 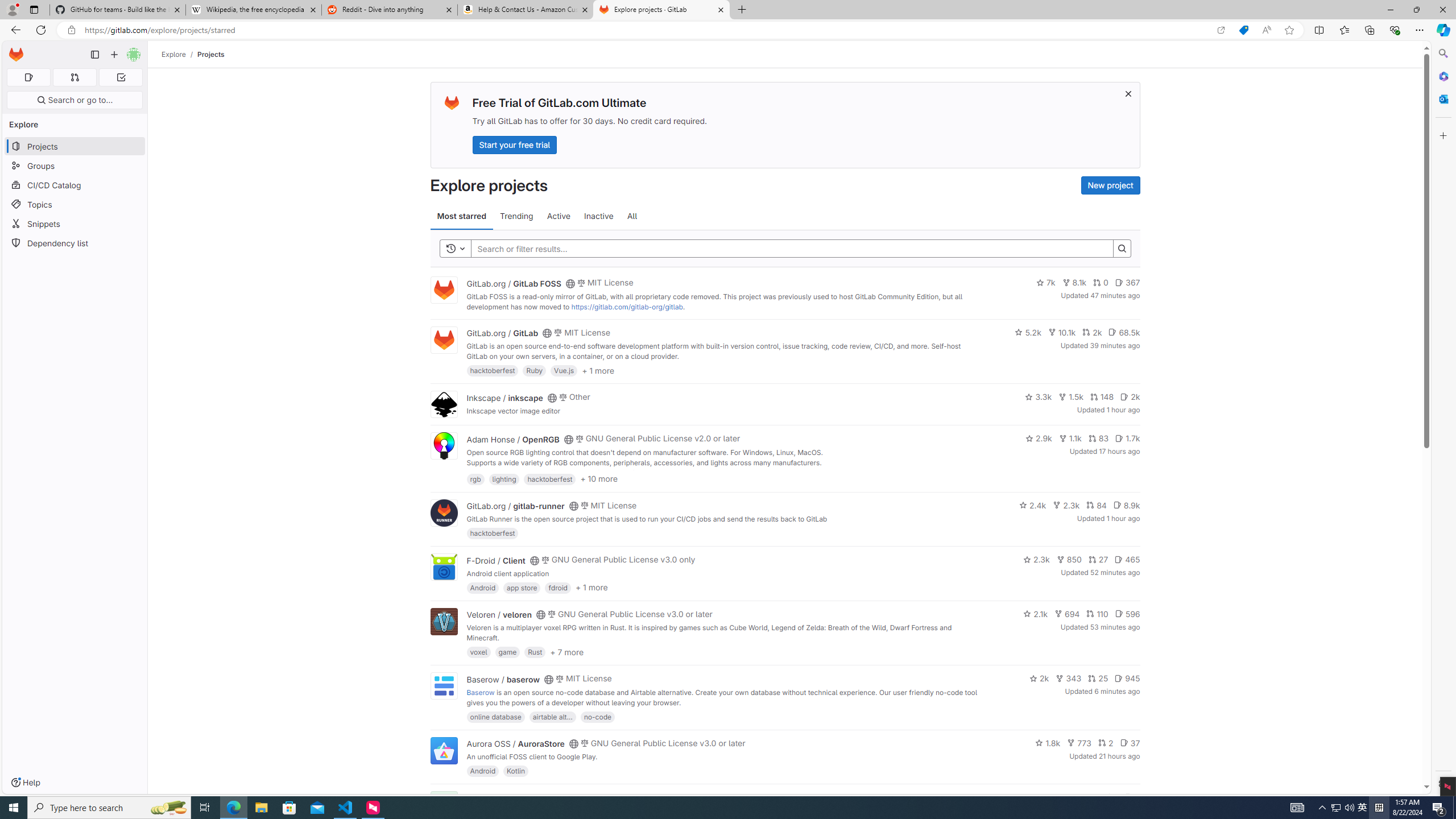 What do you see at coordinates (1045, 283) in the screenshot?
I see `'7k'` at bounding box center [1045, 283].